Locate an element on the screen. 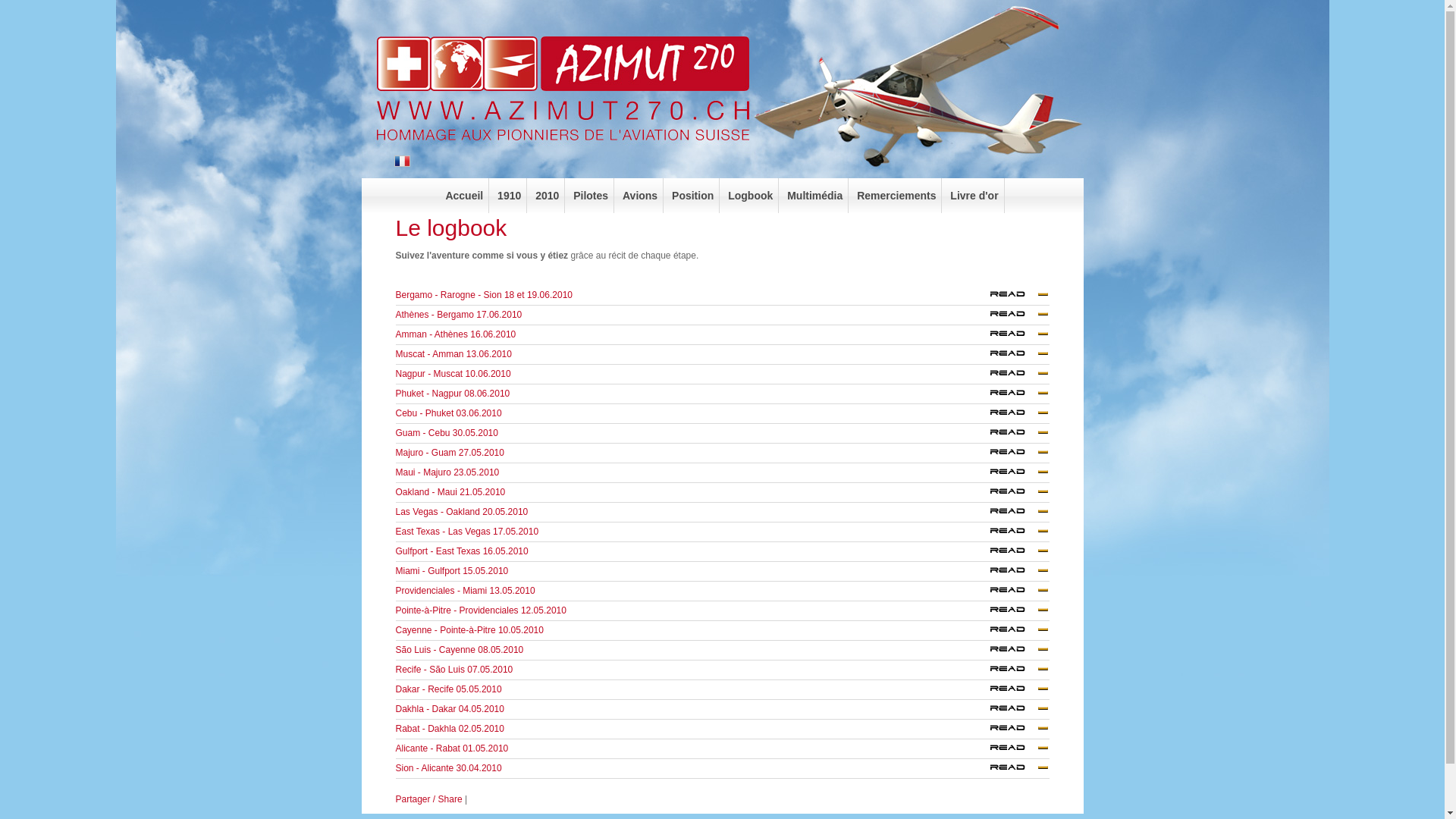  'Accueil' is located at coordinates (463, 195).